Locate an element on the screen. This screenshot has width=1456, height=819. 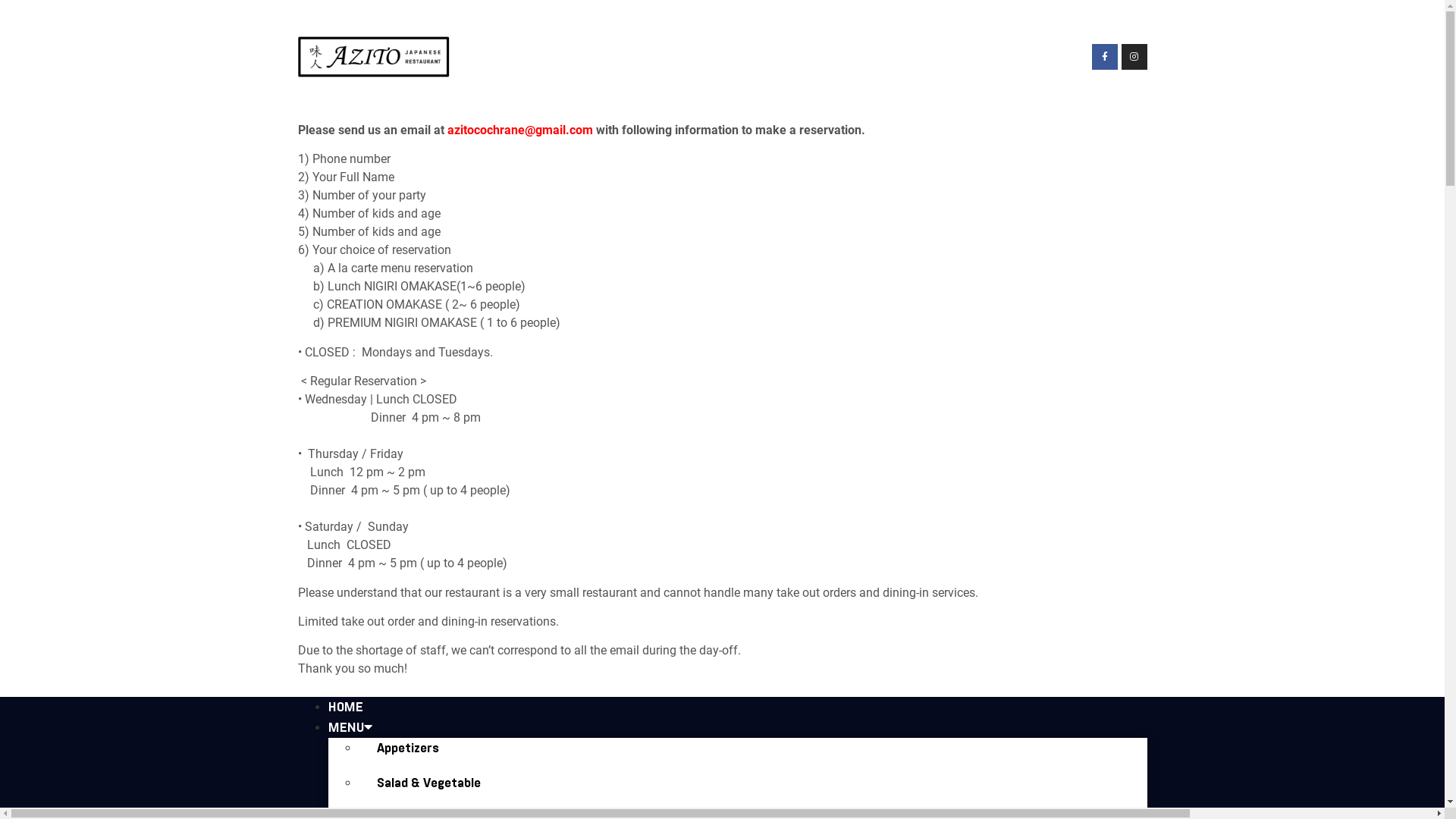
'Appetizers' is located at coordinates (407, 747).